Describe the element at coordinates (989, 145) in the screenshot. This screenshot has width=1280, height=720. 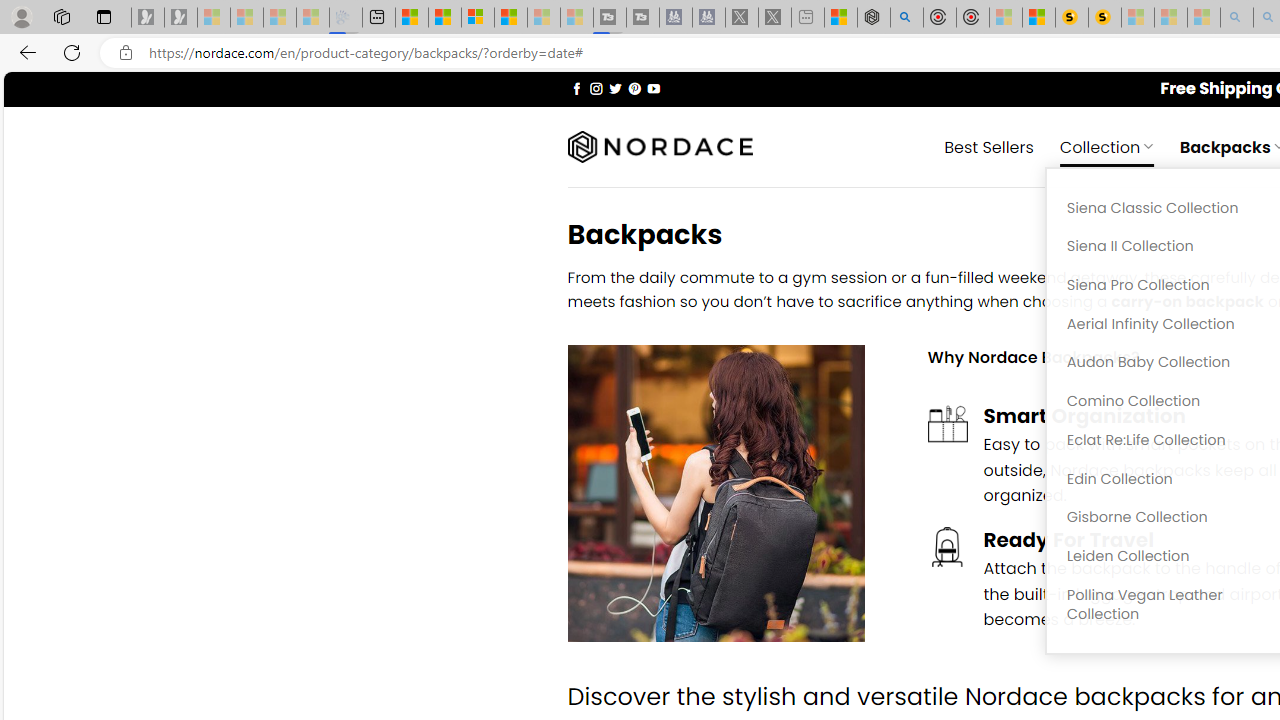
I see `' Best Sellers'` at that location.